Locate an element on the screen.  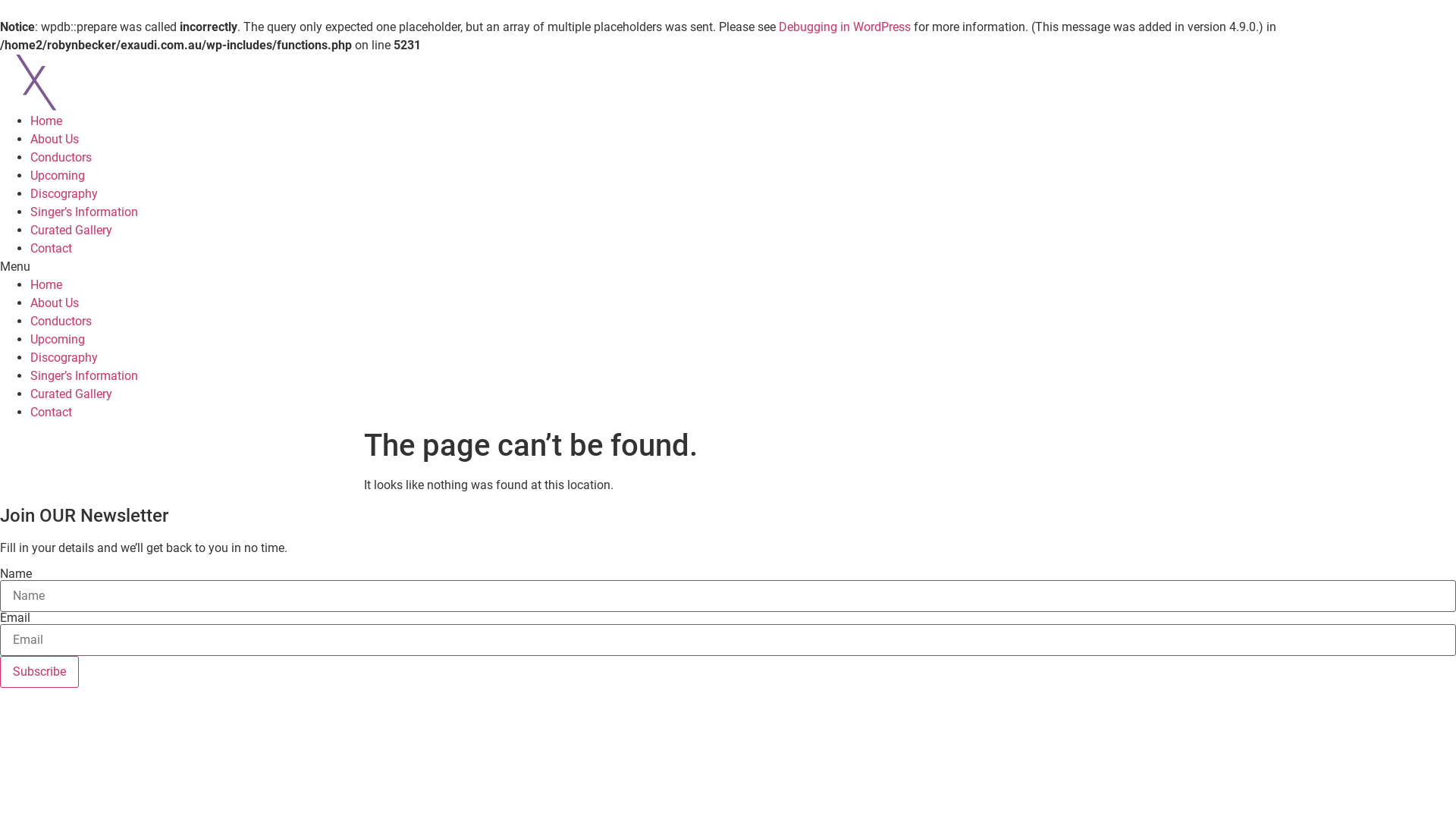
'Debugging in WordPress' is located at coordinates (779, 27).